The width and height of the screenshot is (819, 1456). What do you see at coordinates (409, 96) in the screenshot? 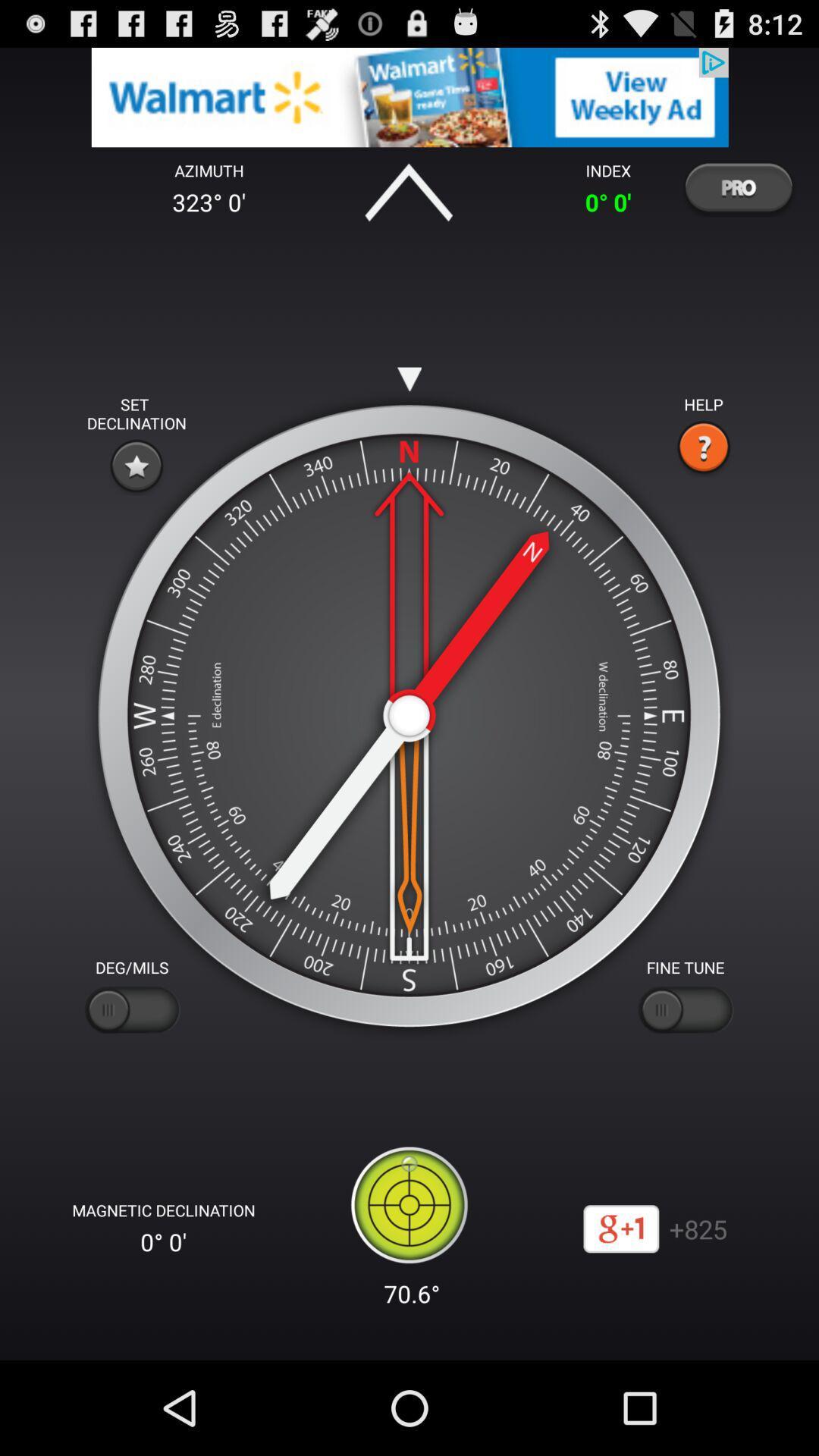
I see `open advertisement` at bounding box center [409, 96].